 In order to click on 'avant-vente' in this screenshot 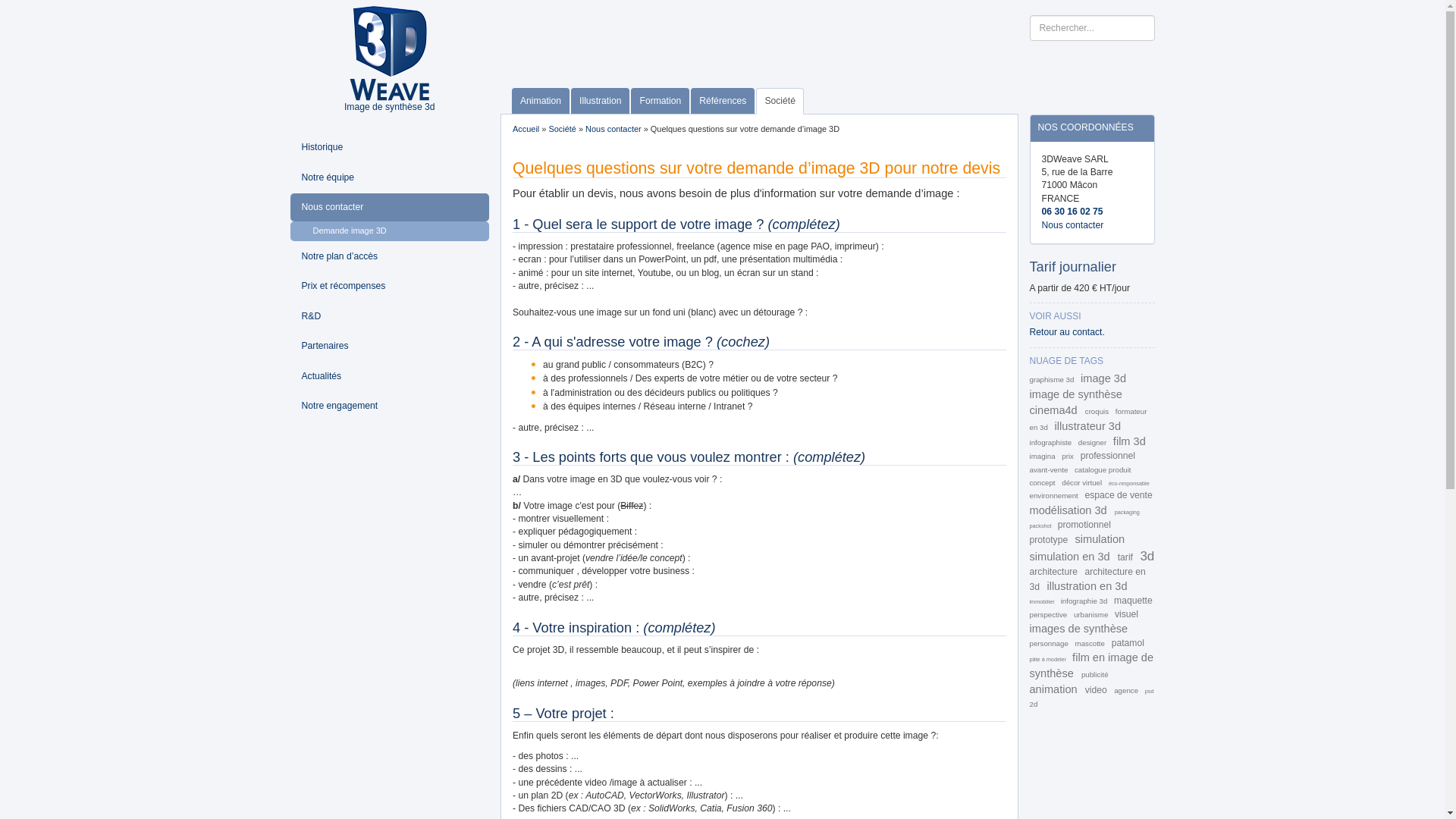, I will do `click(1050, 469)`.